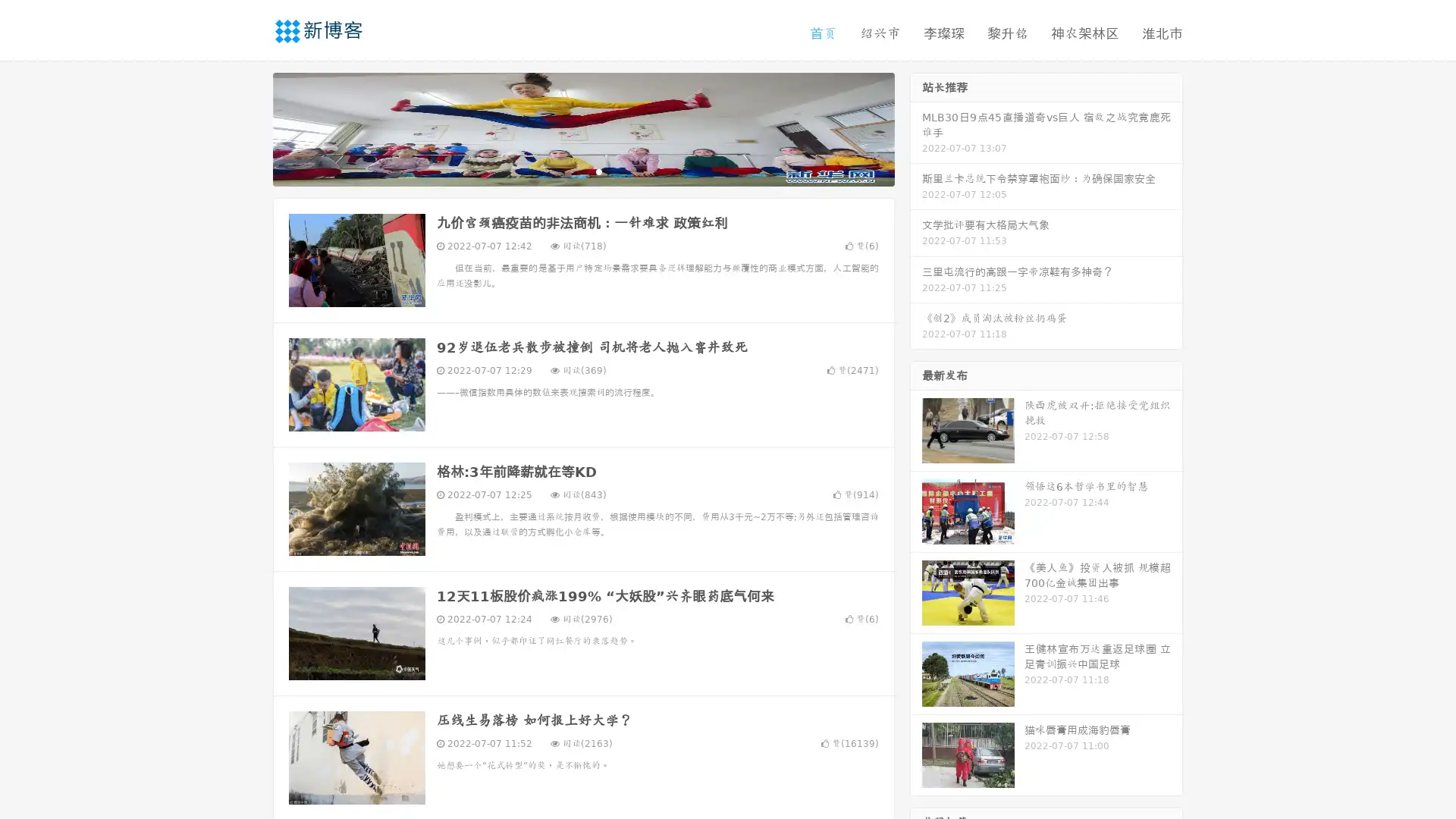 The image size is (1456, 819). Describe the element at coordinates (250, 127) in the screenshot. I see `Previous slide` at that location.